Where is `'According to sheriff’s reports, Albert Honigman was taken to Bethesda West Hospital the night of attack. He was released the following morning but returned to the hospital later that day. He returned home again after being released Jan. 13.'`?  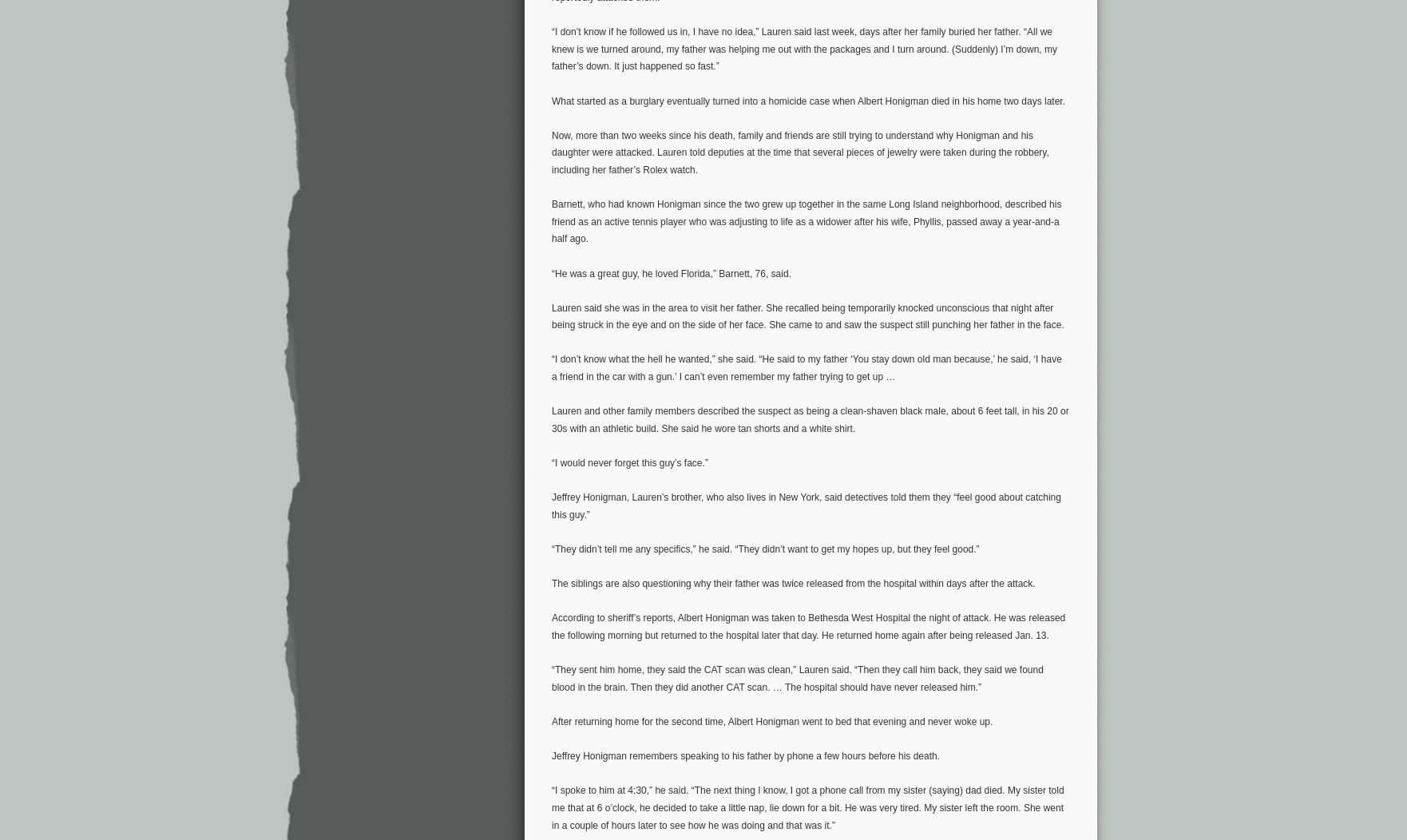 'According to sheriff’s reports, Albert Honigman was taken to Bethesda West Hospital the night of attack. He was released the following morning but returned to the hospital later that day. He returned home again after being released Jan. 13.' is located at coordinates (808, 625).